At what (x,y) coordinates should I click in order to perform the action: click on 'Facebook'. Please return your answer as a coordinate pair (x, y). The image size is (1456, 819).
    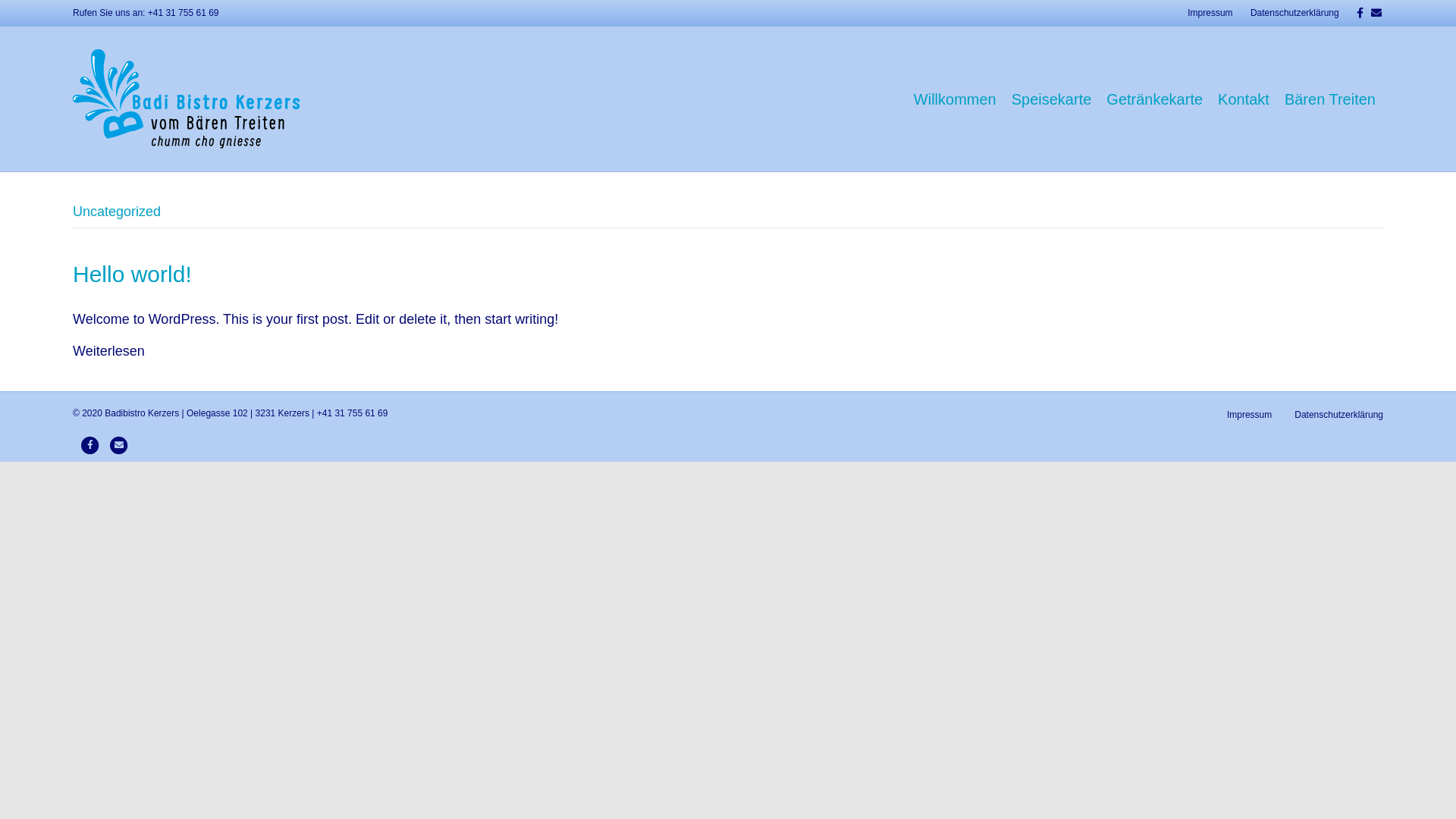
    Looking at the image, I should click on (78, 444).